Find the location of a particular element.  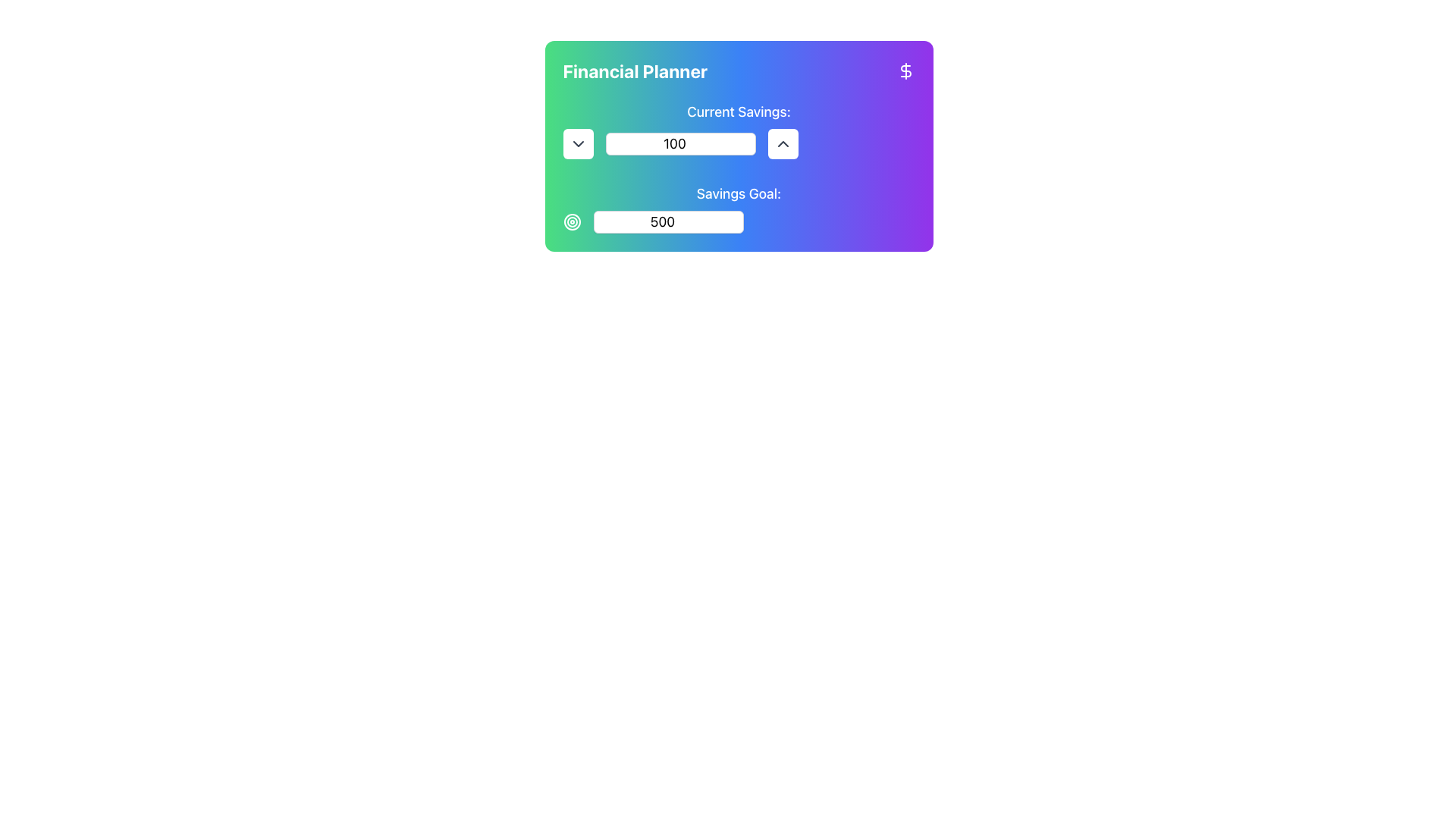

text label that says 'Current Savings:' which is displayed in white font above an input field with a gradient background is located at coordinates (739, 130).